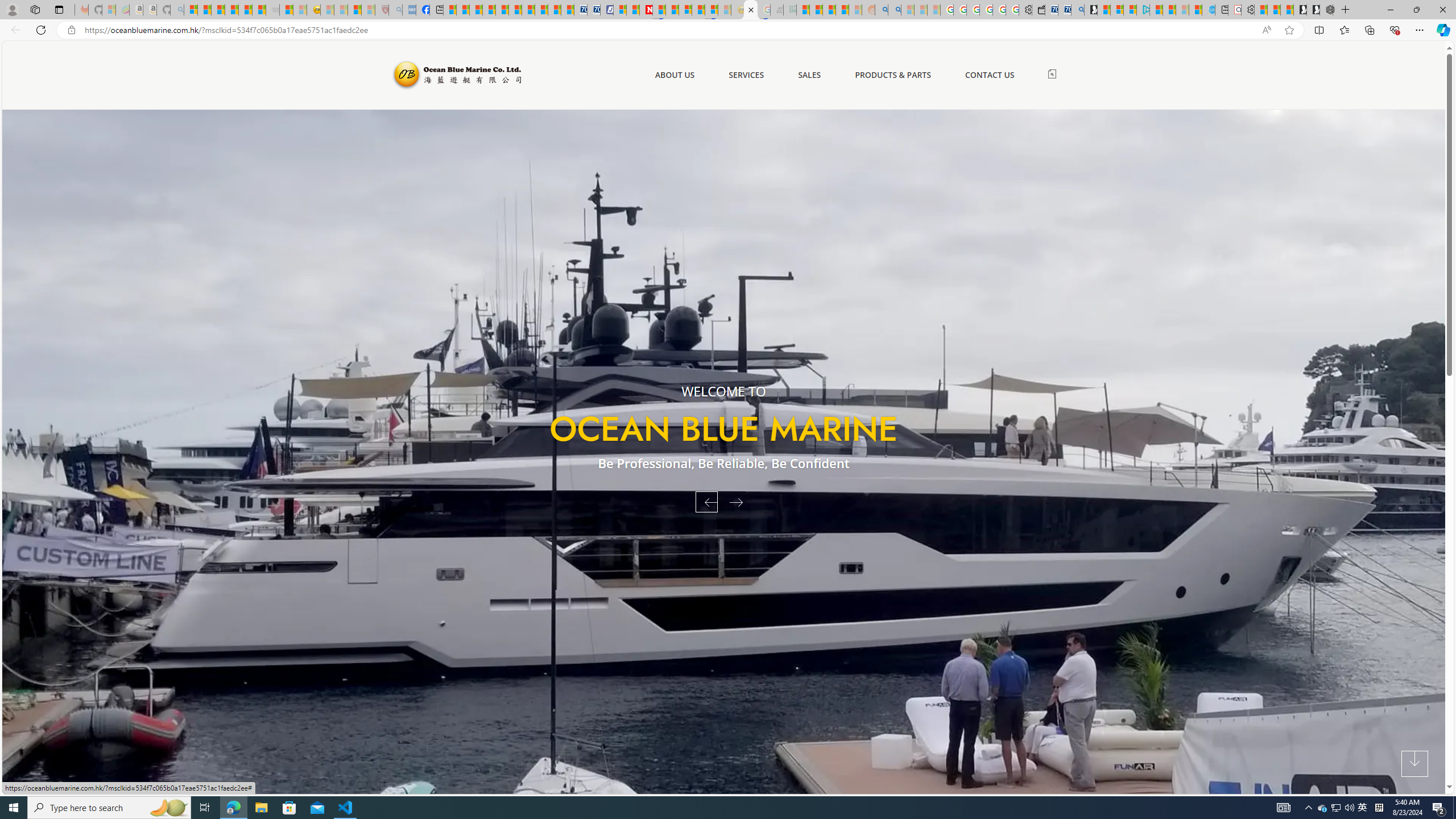  What do you see at coordinates (739, 501) in the screenshot?
I see `'Next Slide'` at bounding box center [739, 501].